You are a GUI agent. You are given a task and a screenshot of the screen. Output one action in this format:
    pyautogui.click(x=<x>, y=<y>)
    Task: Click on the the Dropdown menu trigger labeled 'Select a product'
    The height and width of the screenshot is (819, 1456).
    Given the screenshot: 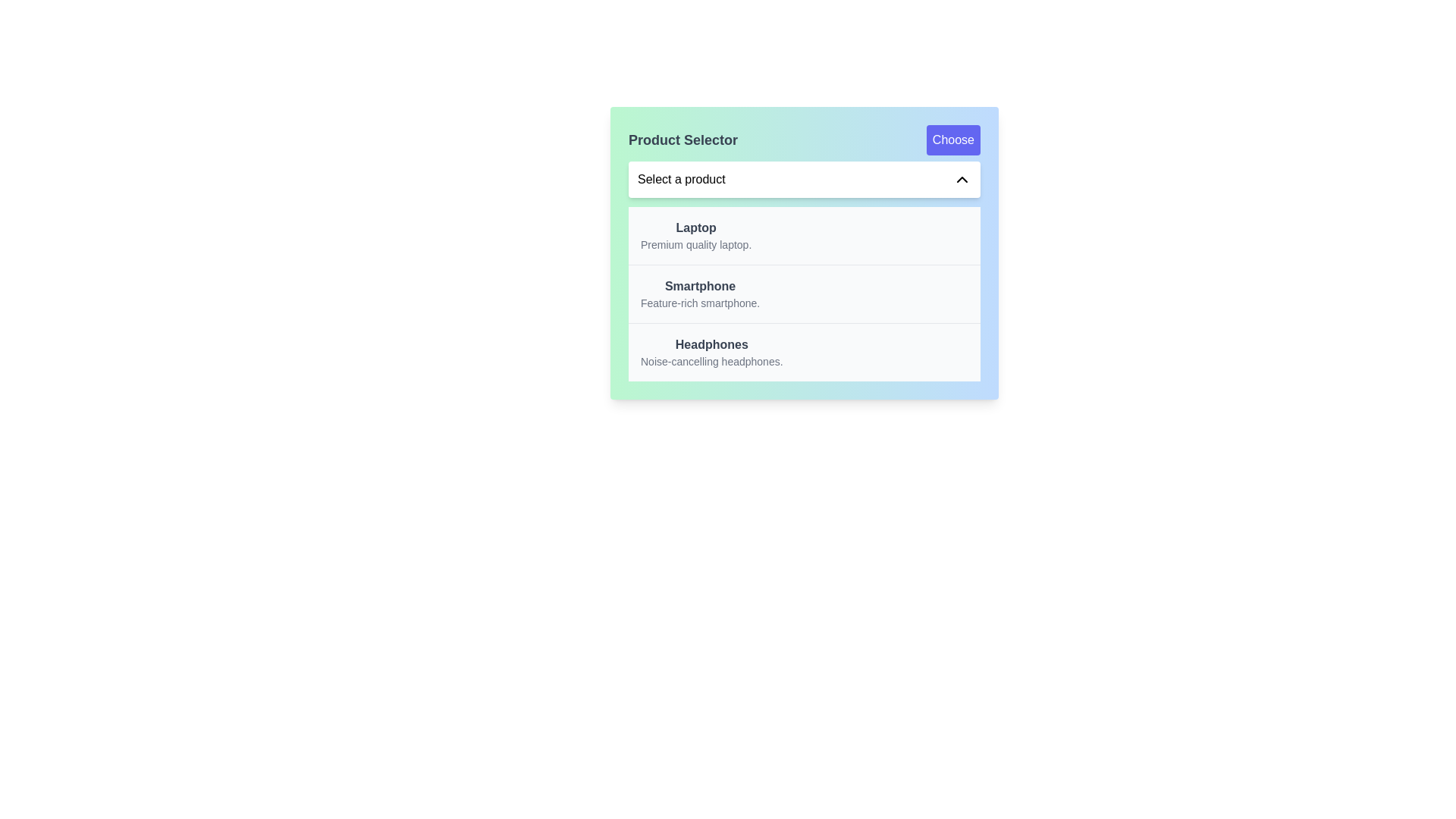 What is the action you would take?
    pyautogui.click(x=803, y=178)
    